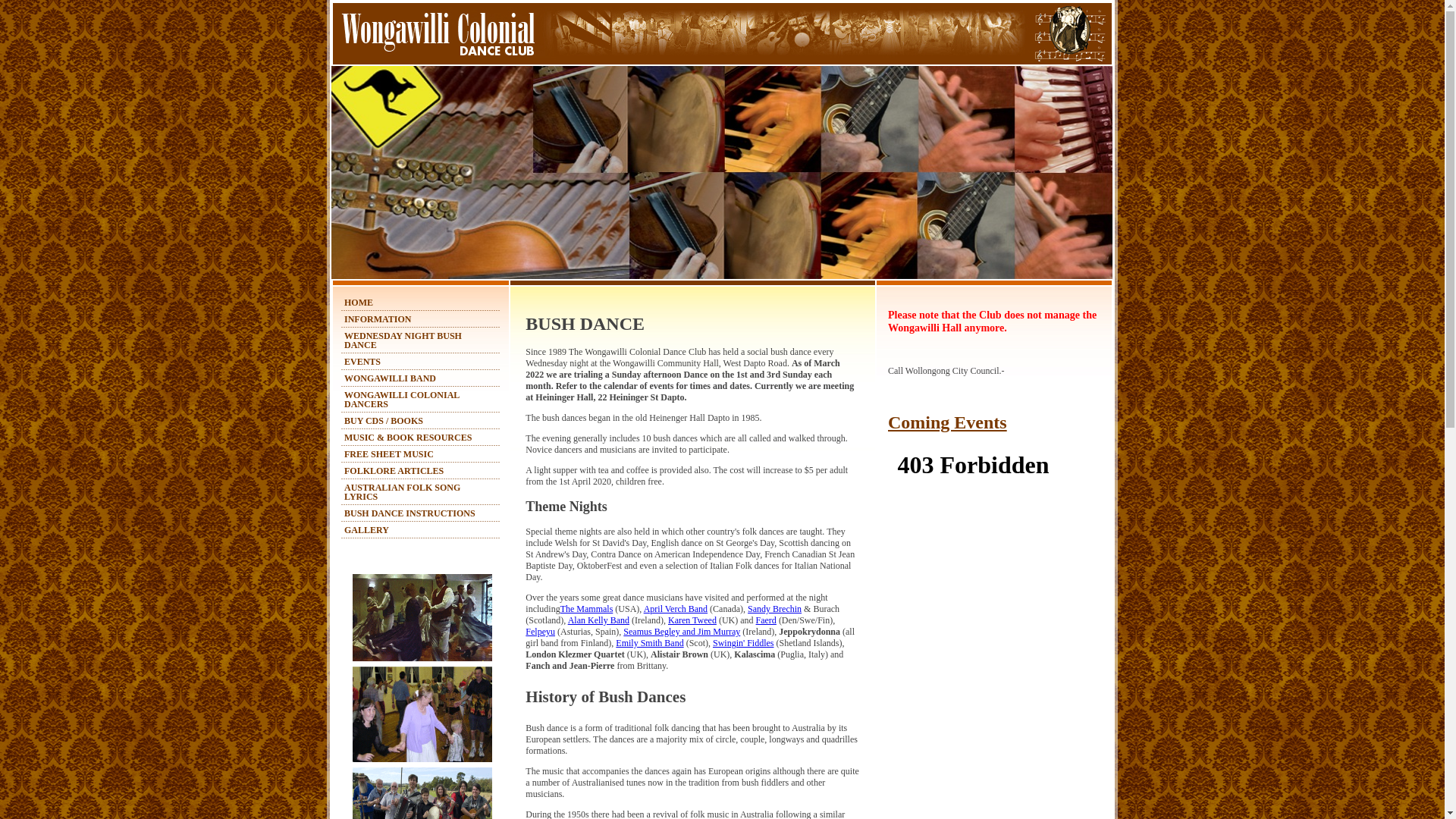 The width and height of the screenshot is (1456, 819). Describe the element at coordinates (409, 513) in the screenshot. I see `'BUSH DANCE INSTRUCTIONS'` at that location.